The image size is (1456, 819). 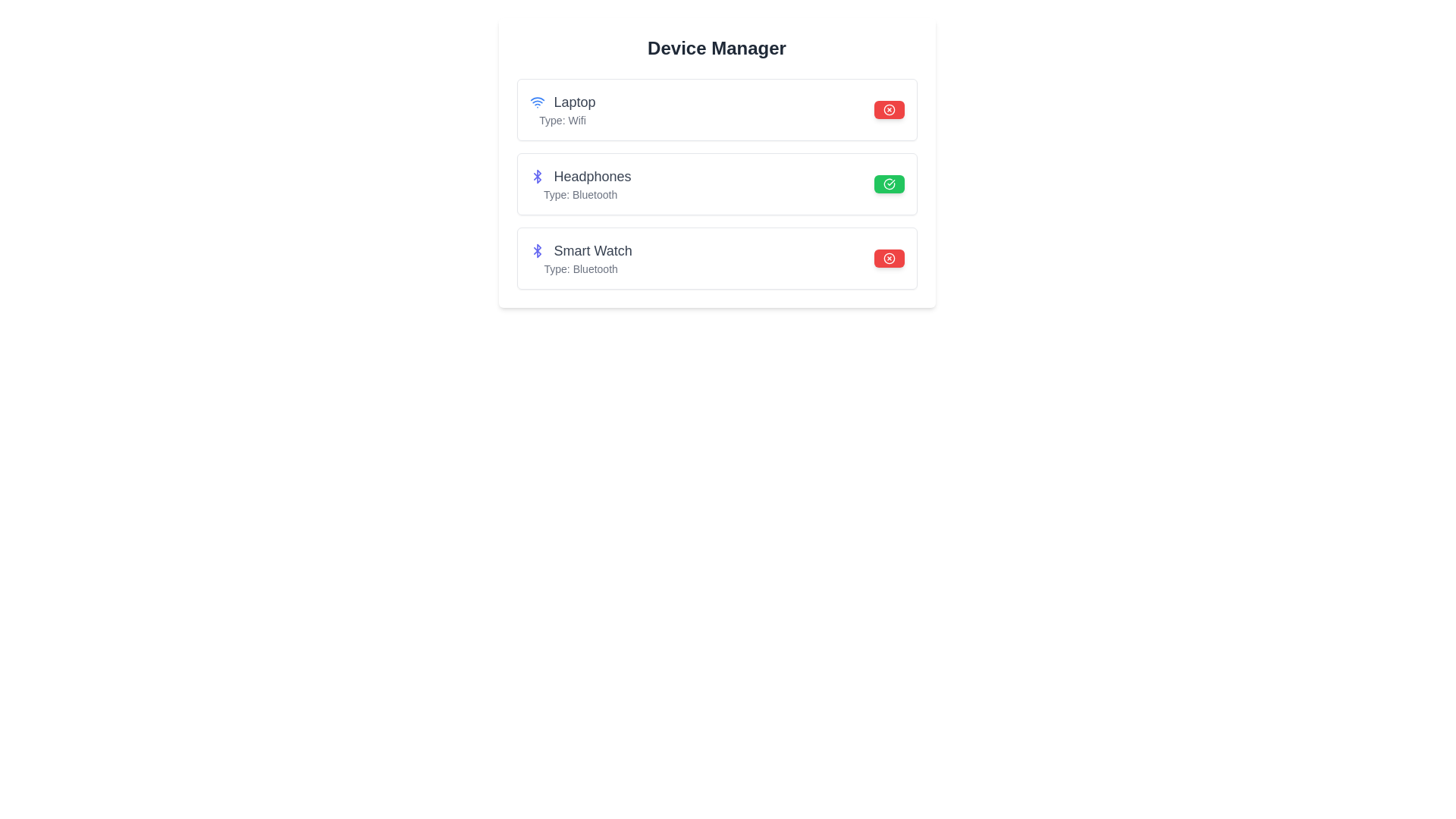 I want to click on the 'Headphones' text label, which is displayed in a medium-sized light gray font, centered vertically in its area and located in the second row of a vertically stacked list under the 'Device Manager' header, so click(x=591, y=175).